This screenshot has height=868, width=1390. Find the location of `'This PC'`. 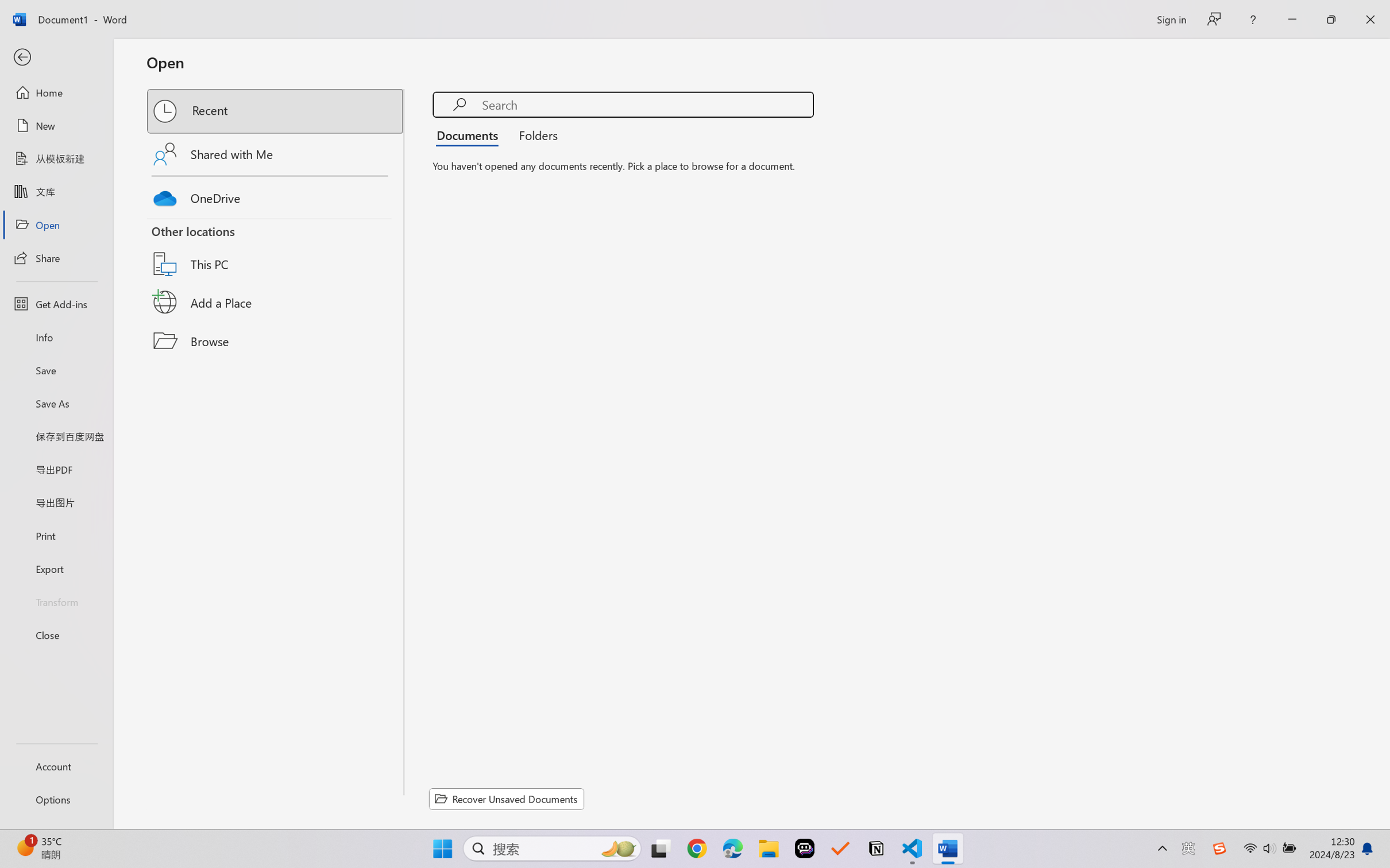

'This PC' is located at coordinates (276, 250).